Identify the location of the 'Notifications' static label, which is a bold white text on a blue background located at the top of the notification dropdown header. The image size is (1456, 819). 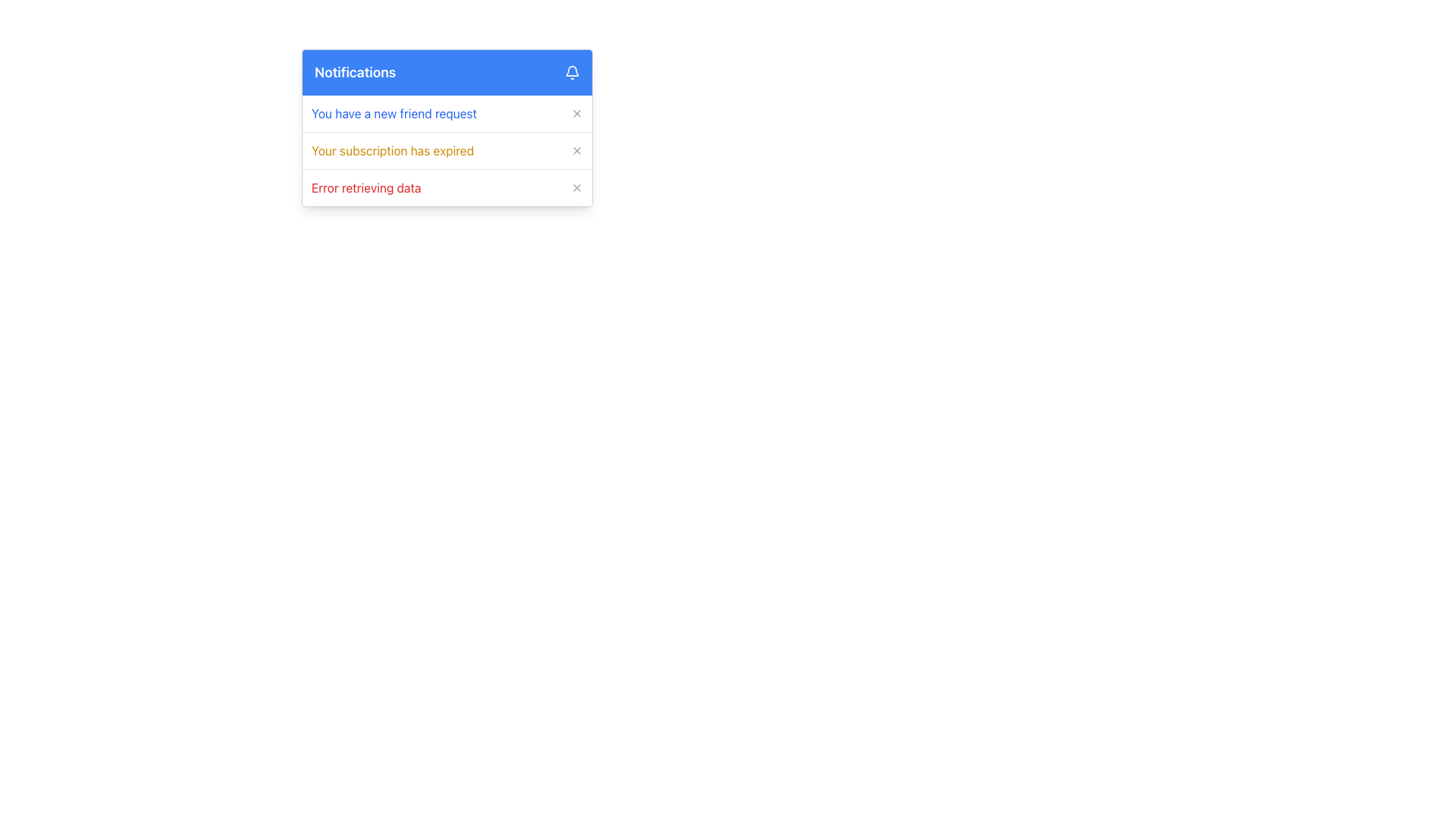
(354, 73).